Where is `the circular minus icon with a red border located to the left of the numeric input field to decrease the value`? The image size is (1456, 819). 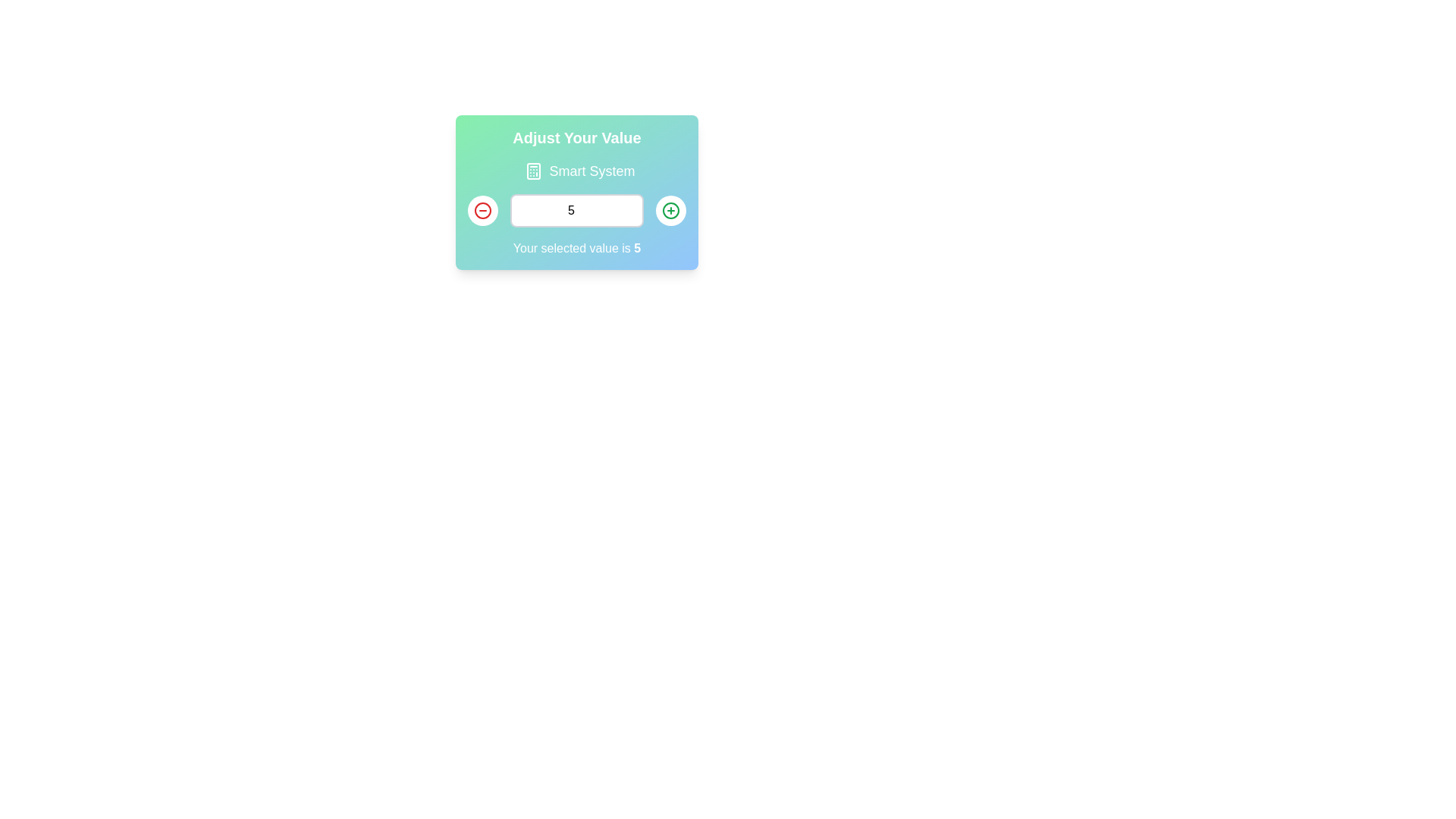
the circular minus icon with a red border located to the left of the numeric input field to decrease the value is located at coordinates (482, 210).